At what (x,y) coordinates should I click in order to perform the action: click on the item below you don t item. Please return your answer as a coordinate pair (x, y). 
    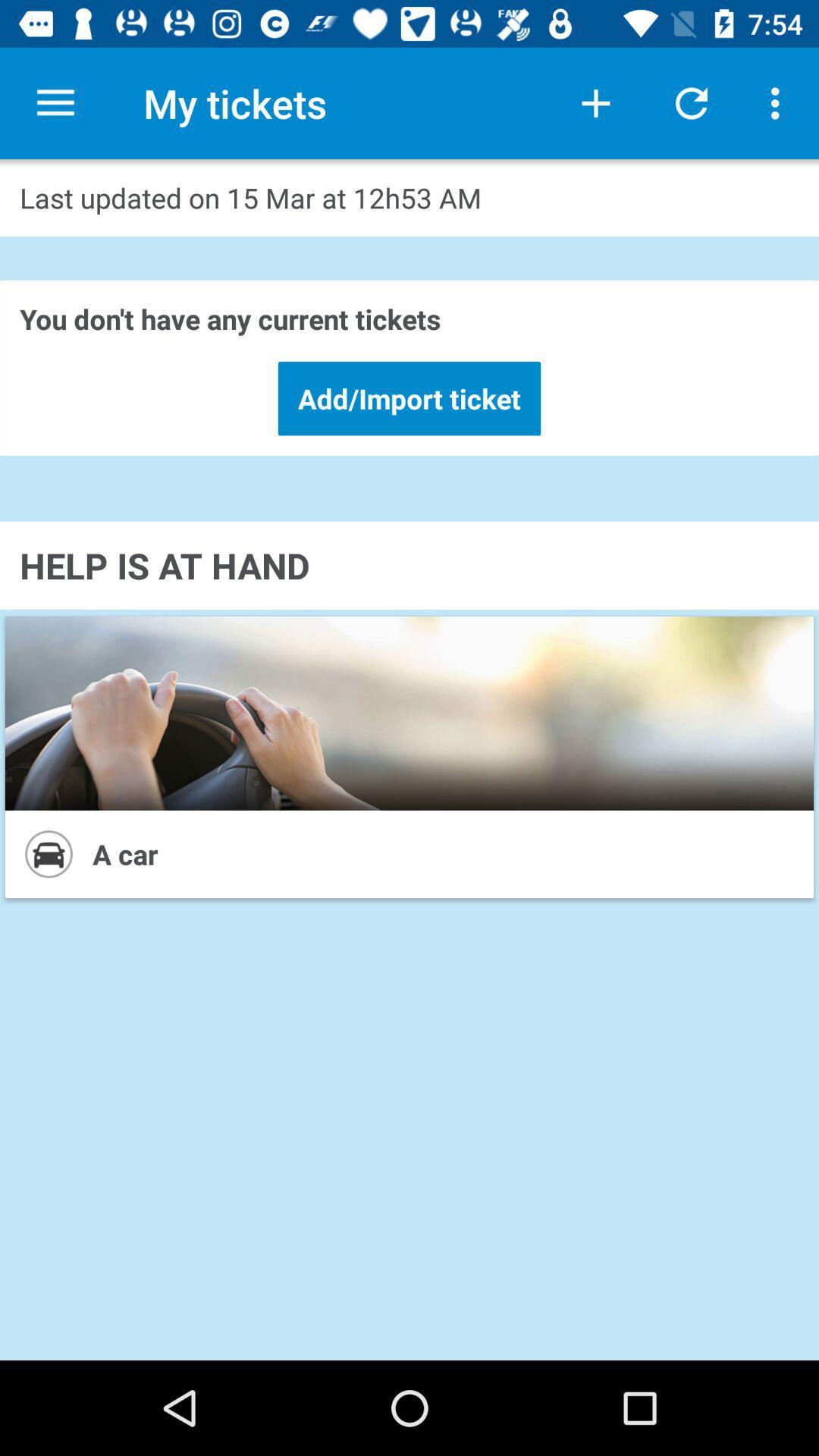
    Looking at the image, I should click on (409, 398).